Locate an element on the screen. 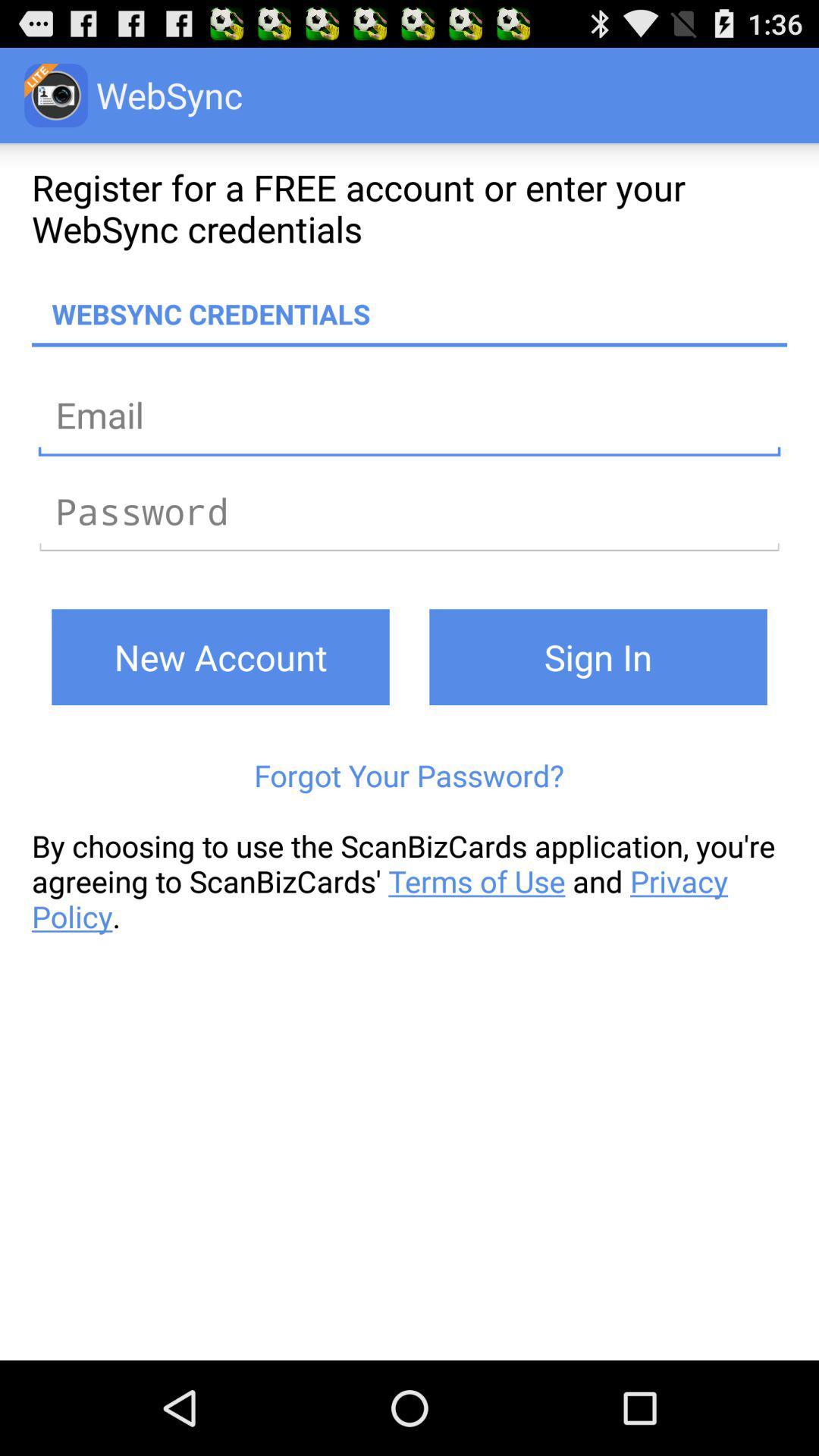  icon above by choosing to app is located at coordinates (408, 775).